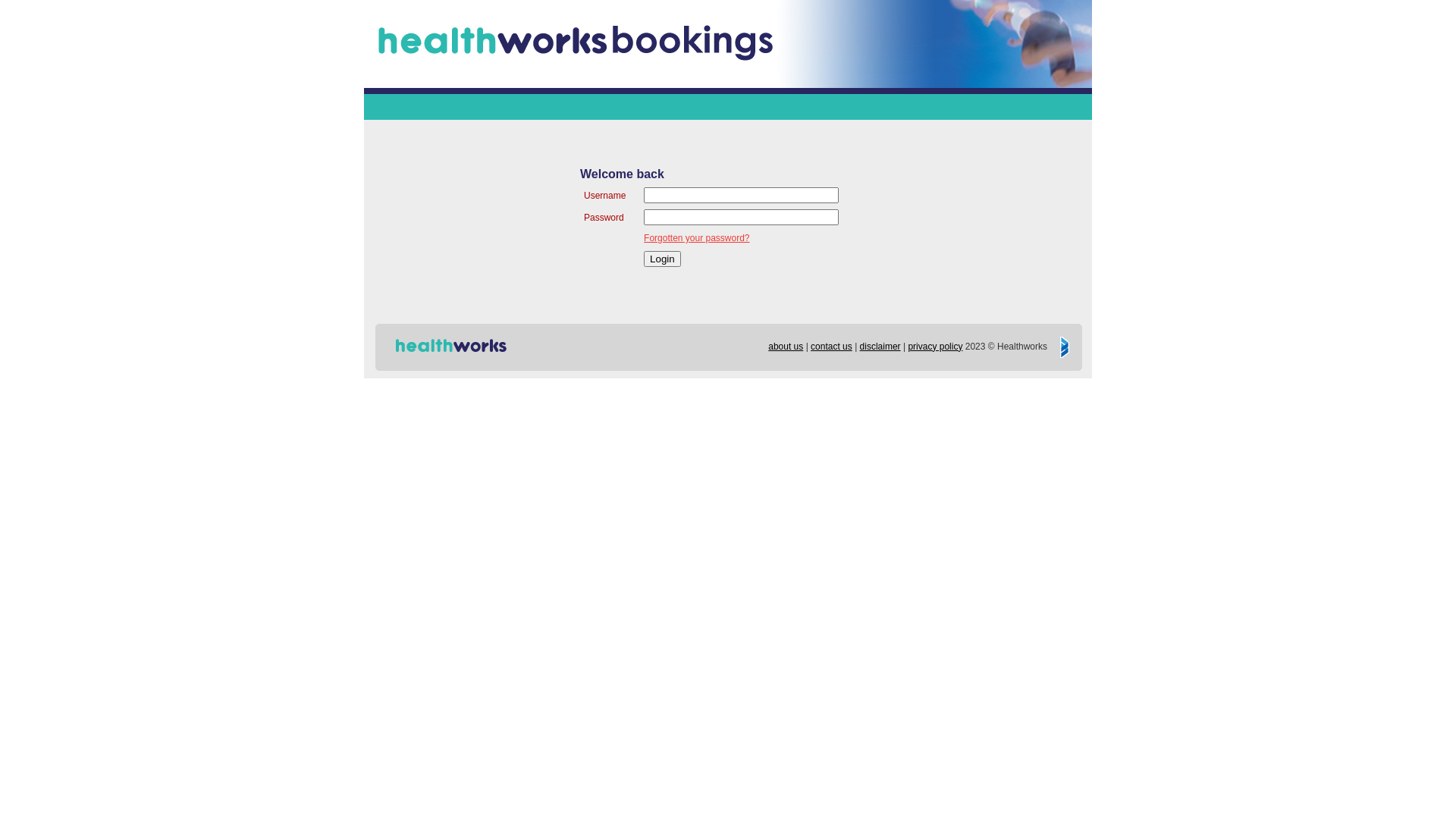 The height and width of the screenshot is (819, 1456). Describe the element at coordinates (662, 258) in the screenshot. I see `'Login'` at that location.